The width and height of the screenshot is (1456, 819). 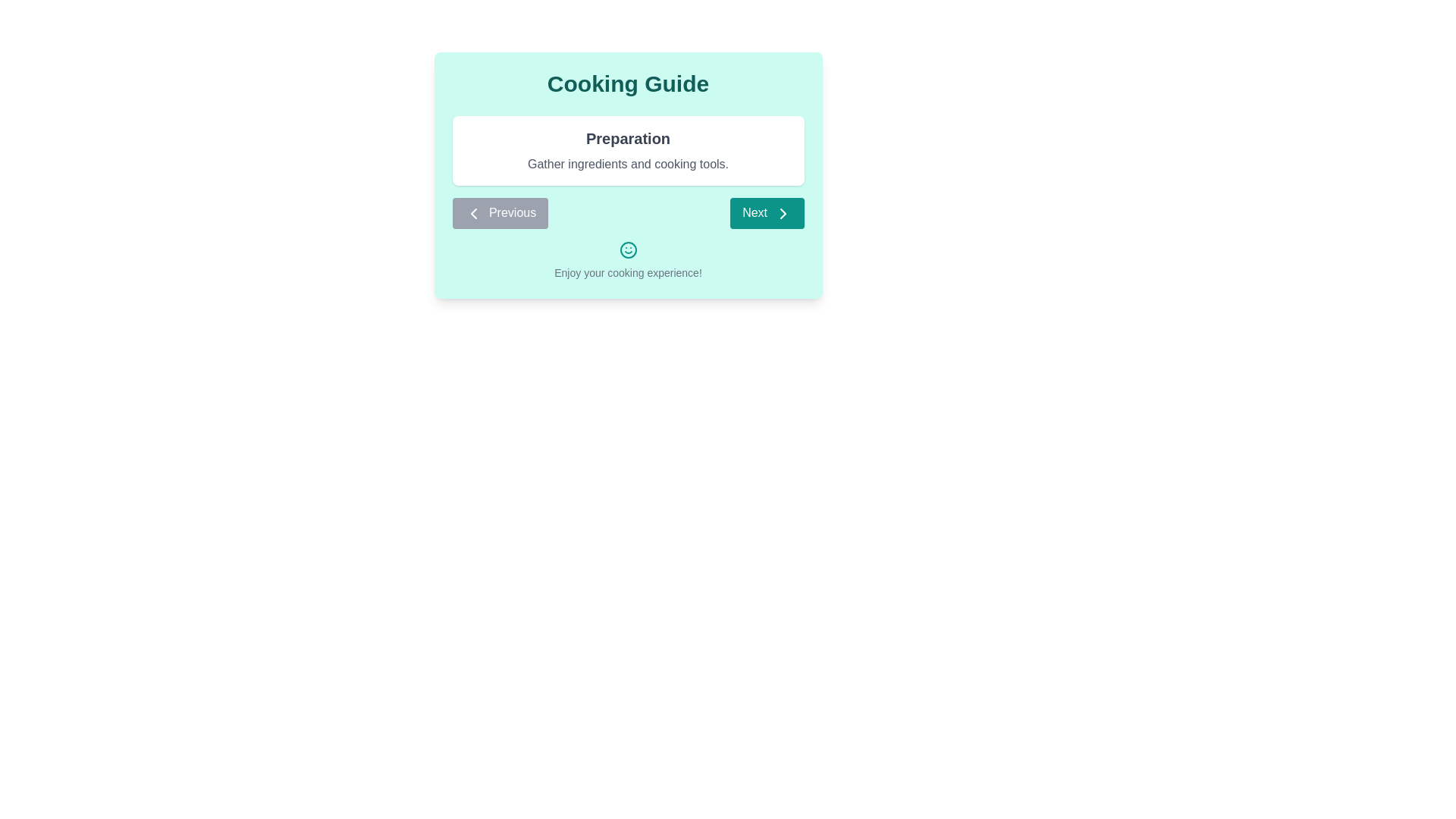 I want to click on the message display area that reads 'Enjoy your cooking experience!' with a teal smiley face icon, so click(x=628, y=259).